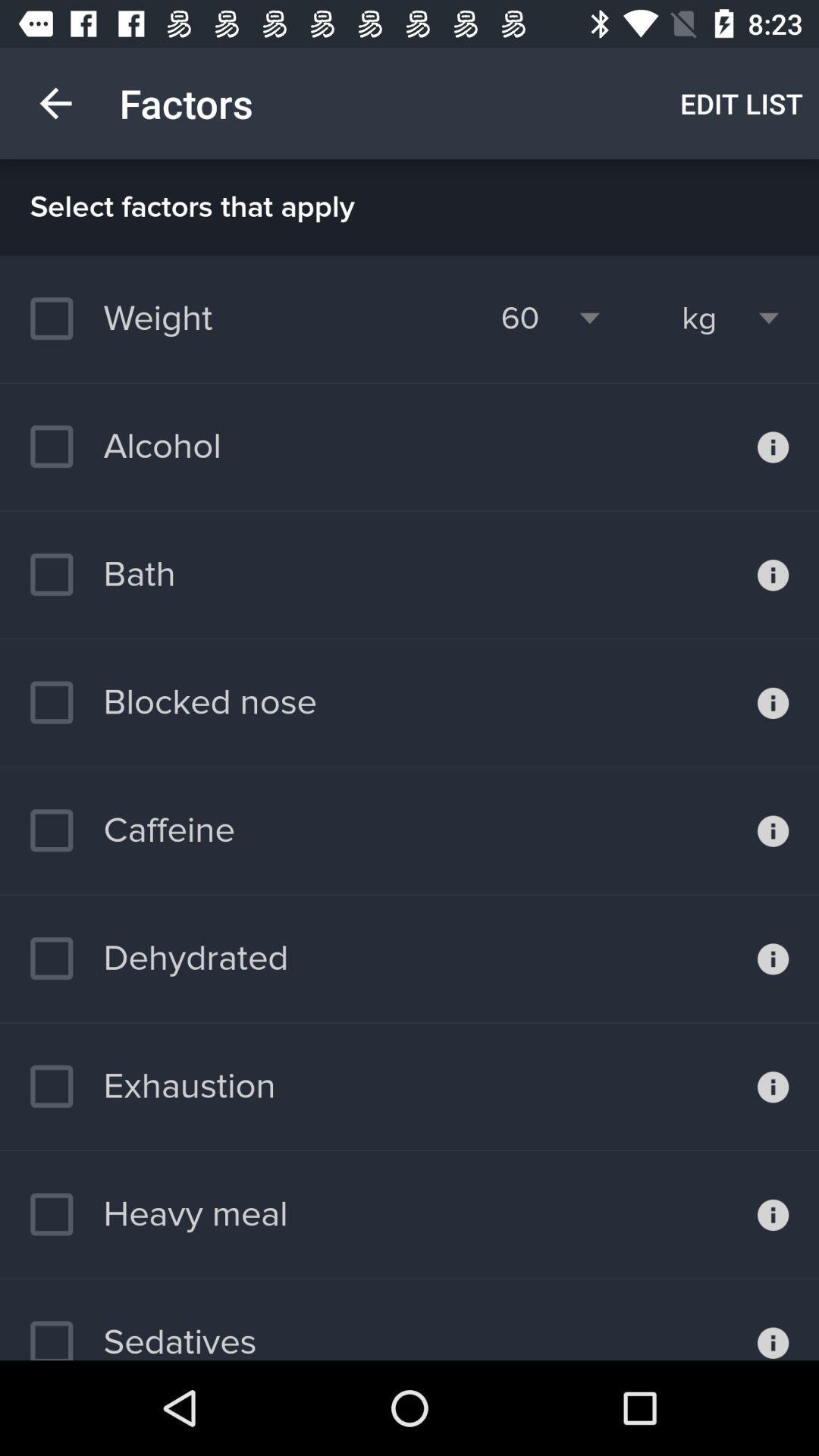 Image resolution: width=819 pixels, height=1456 pixels. Describe the element at coordinates (131, 830) in the screenshot. I see `caffeine` at that location.